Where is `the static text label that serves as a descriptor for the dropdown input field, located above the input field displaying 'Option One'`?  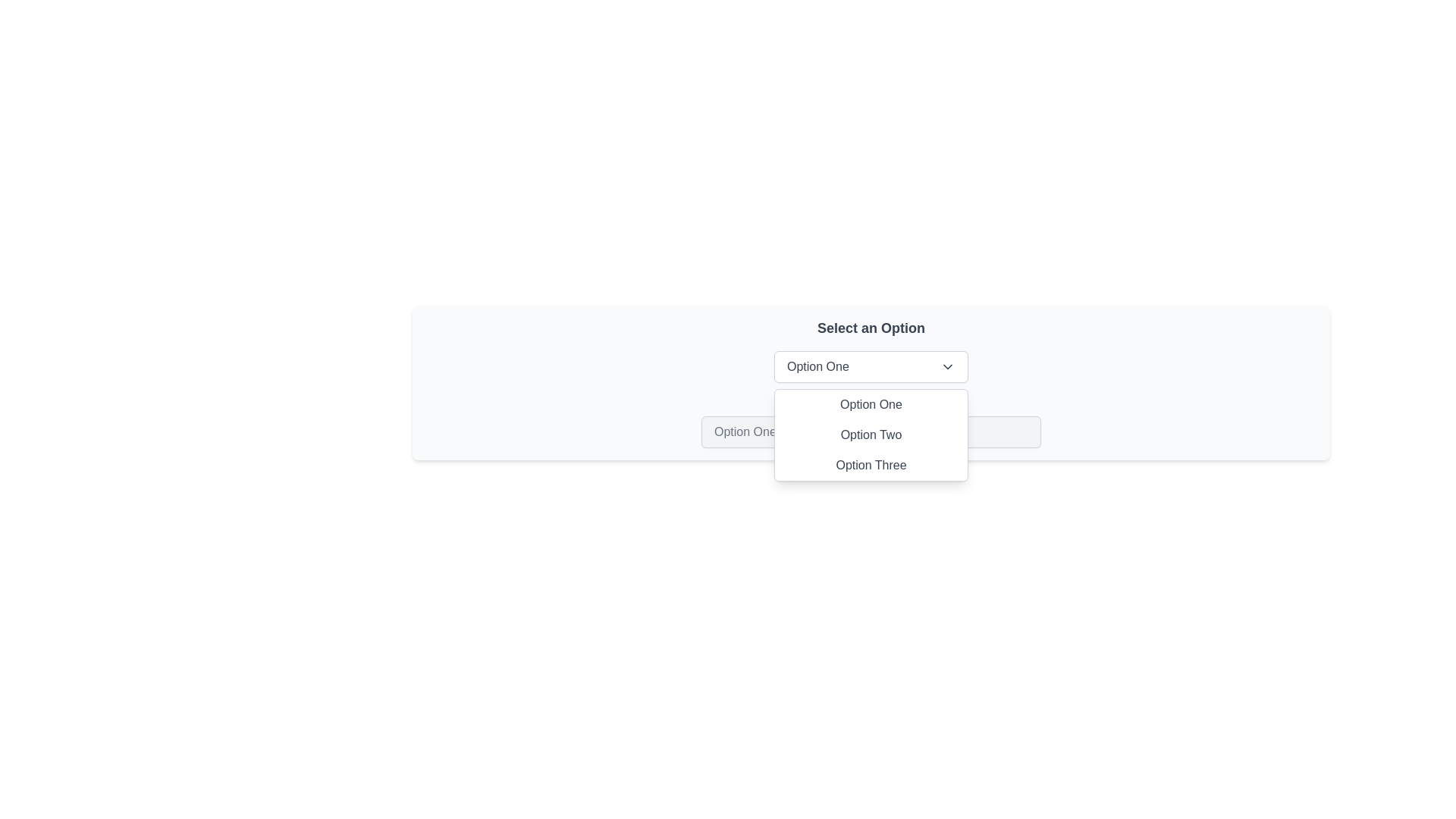
the static text label that serves as a descriptor for the dropdown input field, located above the input field displaying 'Option One' is located at coordinates (871, 402).